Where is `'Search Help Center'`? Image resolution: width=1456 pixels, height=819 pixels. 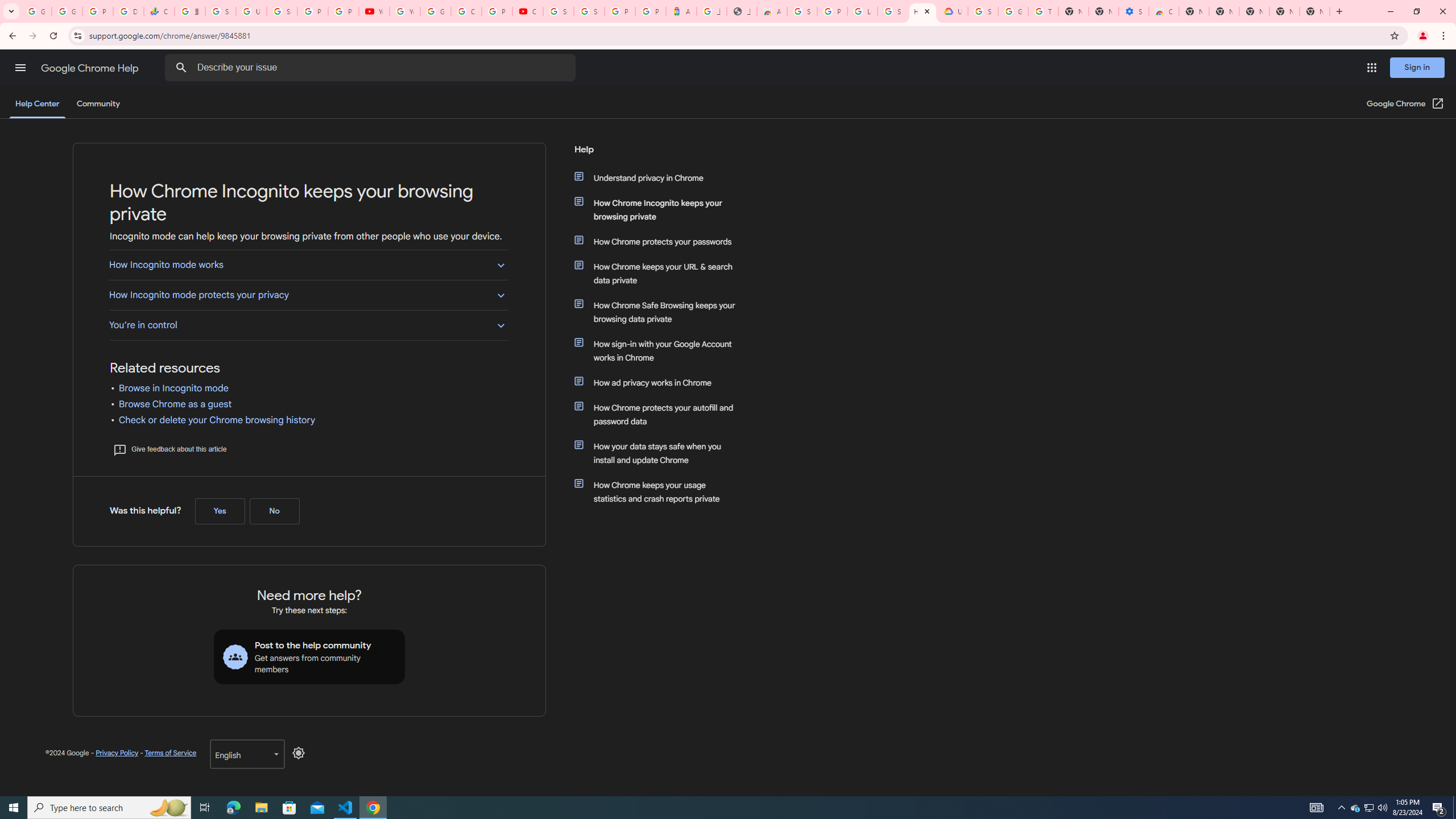 'Search Help Center' is located at coordinates (180, 67).